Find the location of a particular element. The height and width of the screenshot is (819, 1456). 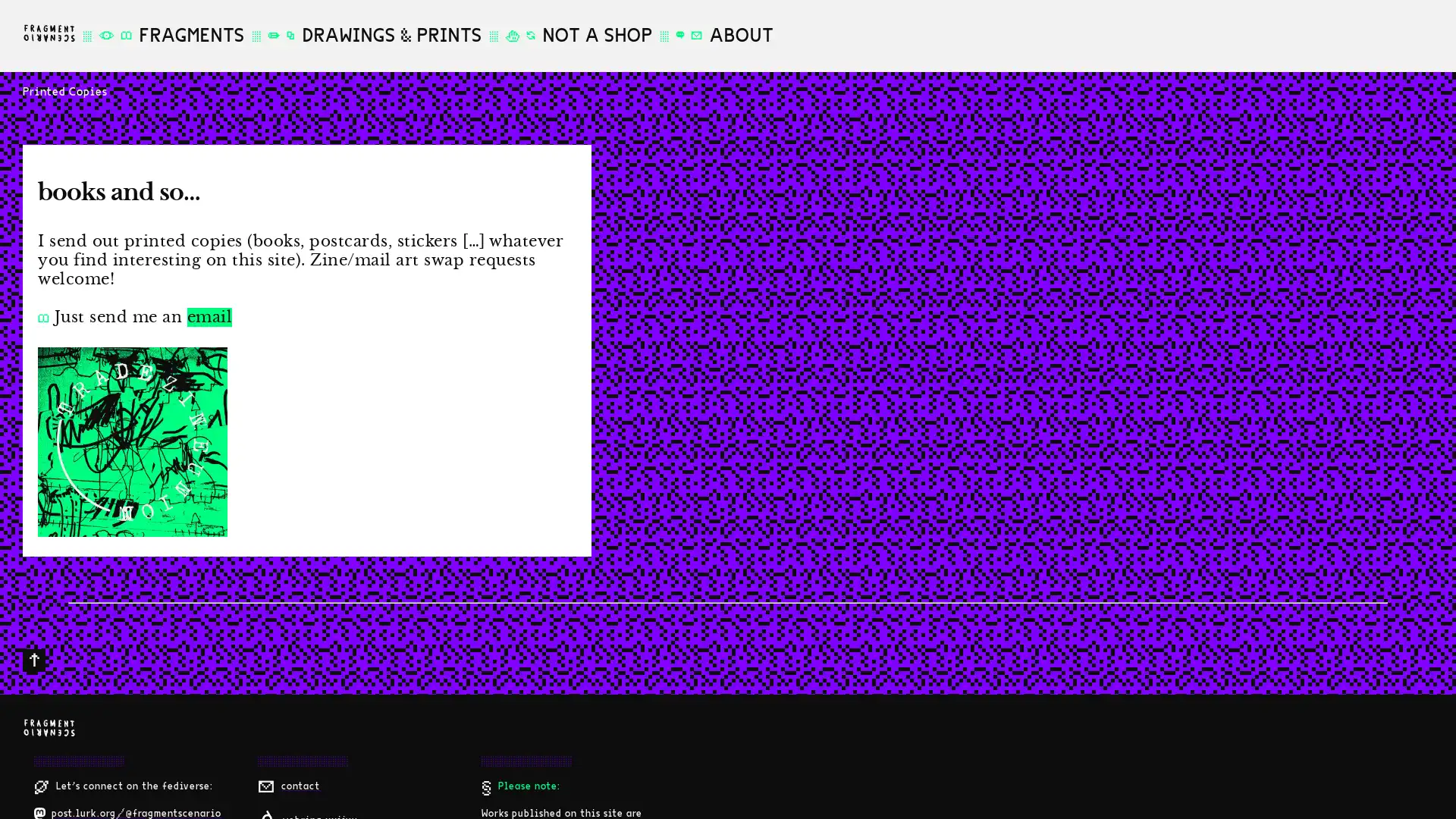

Top is located at coordinates (33, 660).